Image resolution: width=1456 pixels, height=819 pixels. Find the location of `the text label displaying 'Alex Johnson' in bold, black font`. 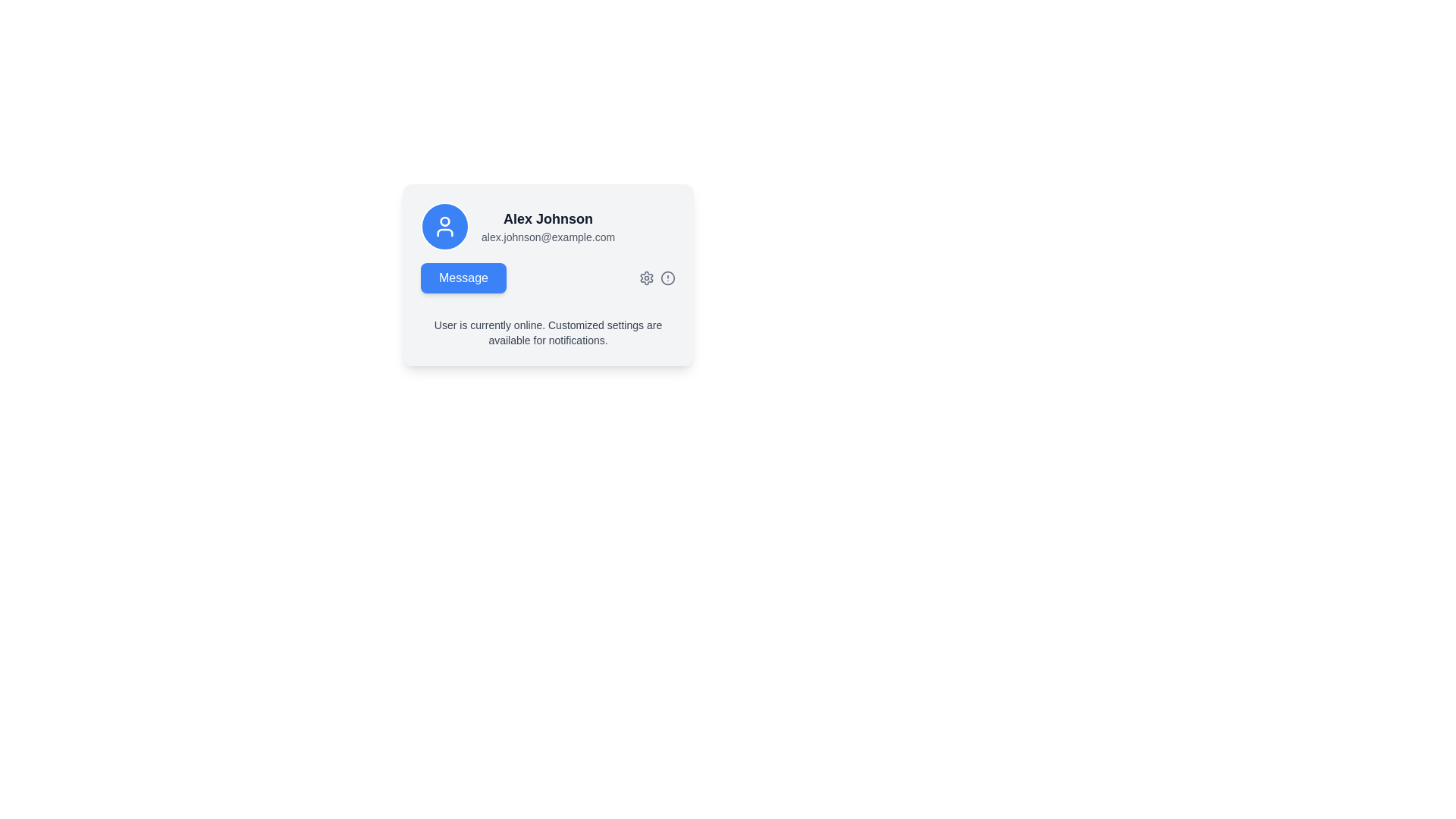

the text label displaying 'Alex Johnson' in bold, black font is located at coordinates (548, 219).